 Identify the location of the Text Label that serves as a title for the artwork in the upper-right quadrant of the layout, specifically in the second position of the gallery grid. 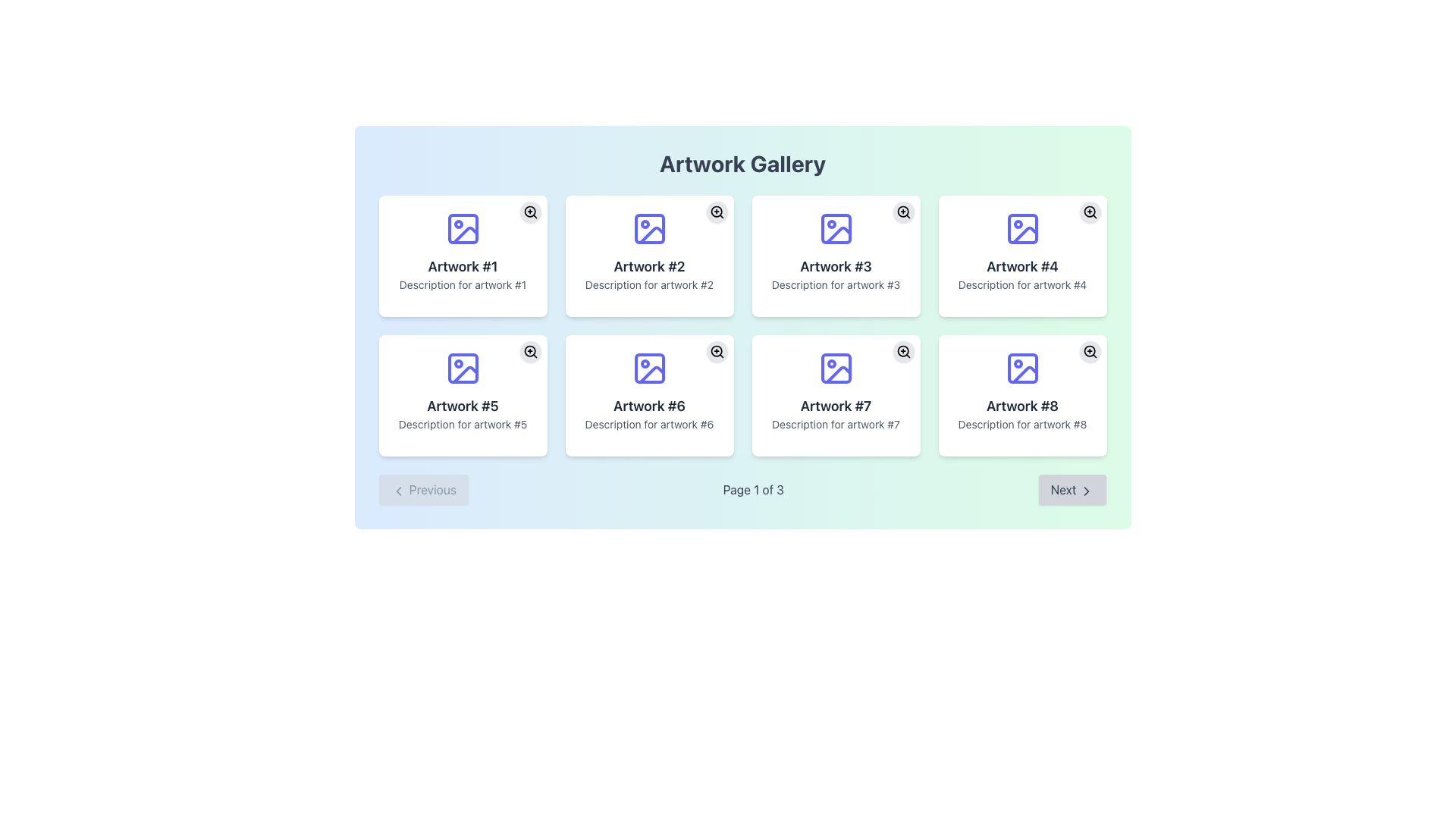
(649, 265).